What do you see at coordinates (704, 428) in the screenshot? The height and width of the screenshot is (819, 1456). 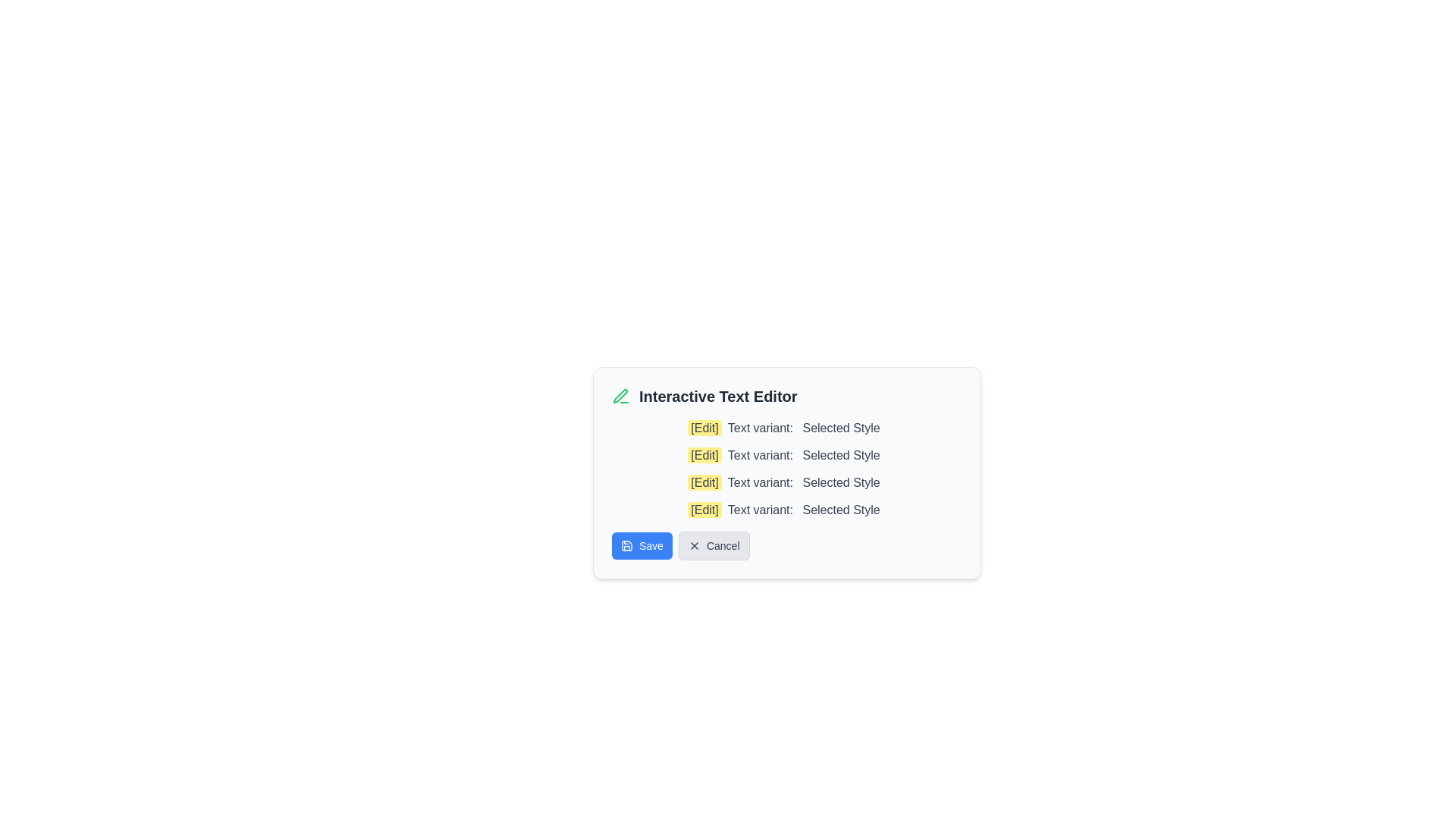 I see `the edit button located at the upper-middle region of the modal interface, which is aligned to the leftmost position among its siblings and is associated with the label 'Text variant: Selected Style'` at bounding box center [704, 428].